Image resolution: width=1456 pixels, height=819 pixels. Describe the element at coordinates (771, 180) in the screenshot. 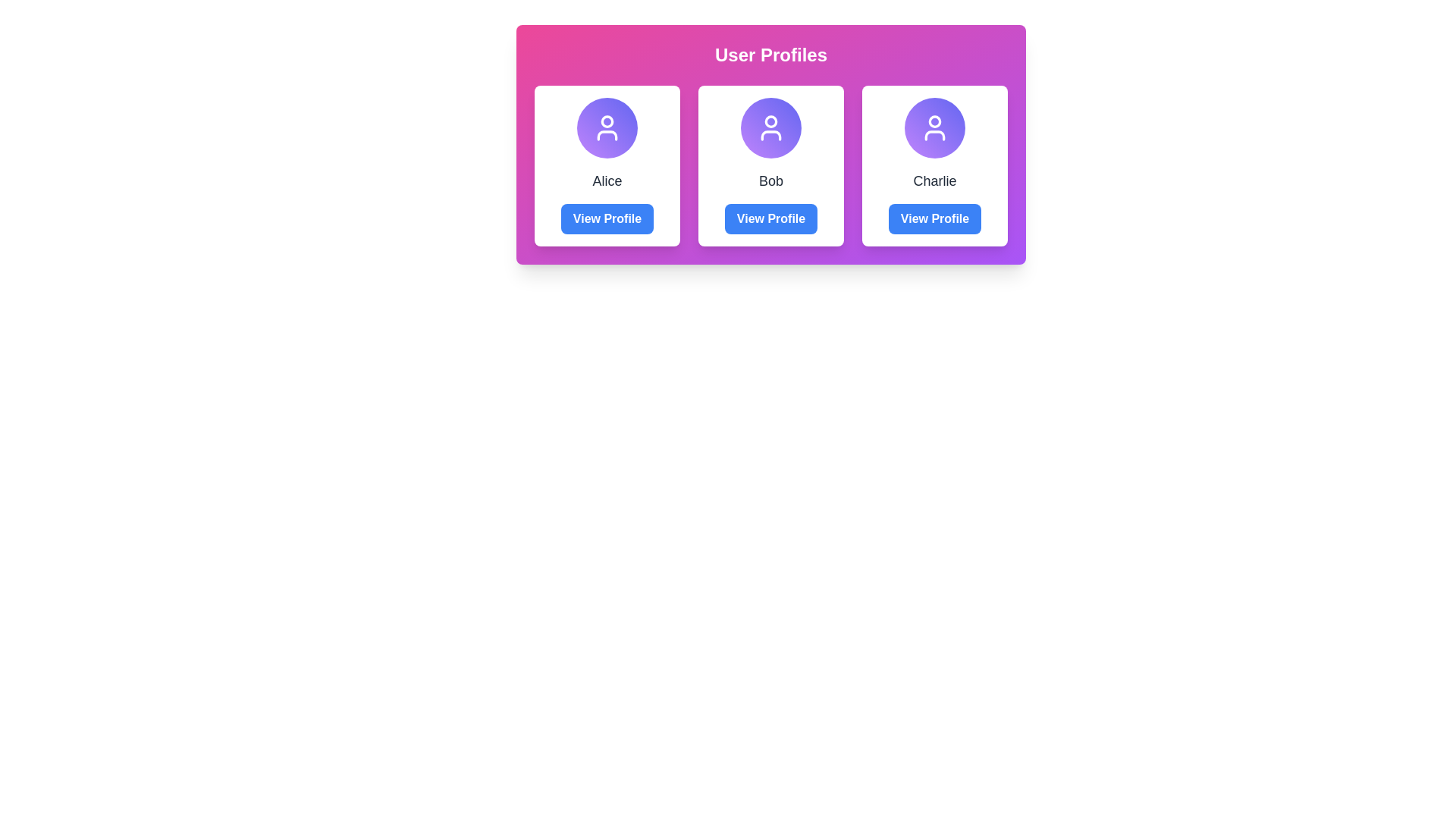

I see `the text label displaying the name 'Bob'` at that location.